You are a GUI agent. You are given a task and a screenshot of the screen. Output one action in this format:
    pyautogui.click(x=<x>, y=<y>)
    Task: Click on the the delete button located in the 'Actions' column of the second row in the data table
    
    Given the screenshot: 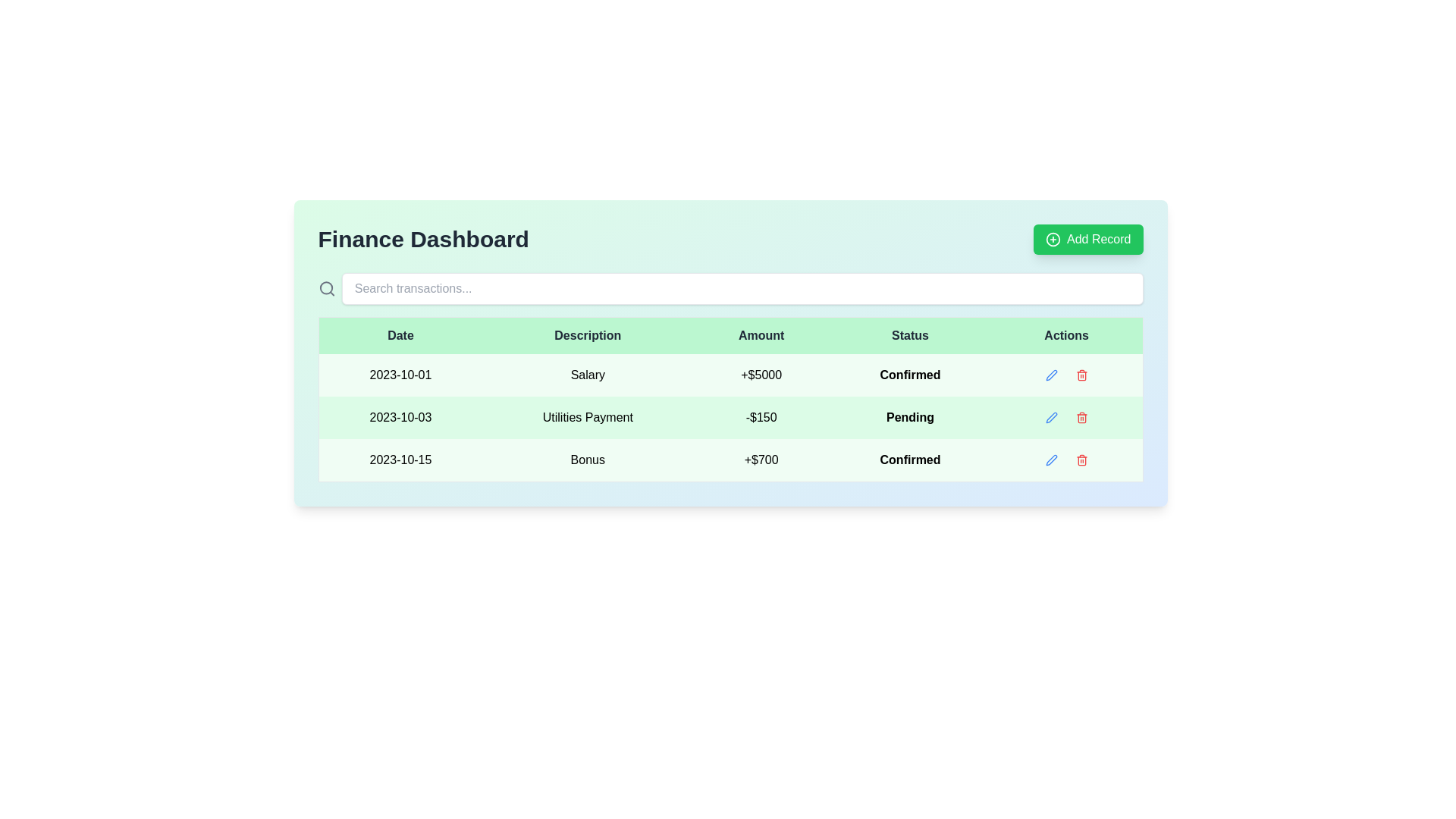 What is the action you would take?
    pyautogui.click(x=1081, y=418)
    